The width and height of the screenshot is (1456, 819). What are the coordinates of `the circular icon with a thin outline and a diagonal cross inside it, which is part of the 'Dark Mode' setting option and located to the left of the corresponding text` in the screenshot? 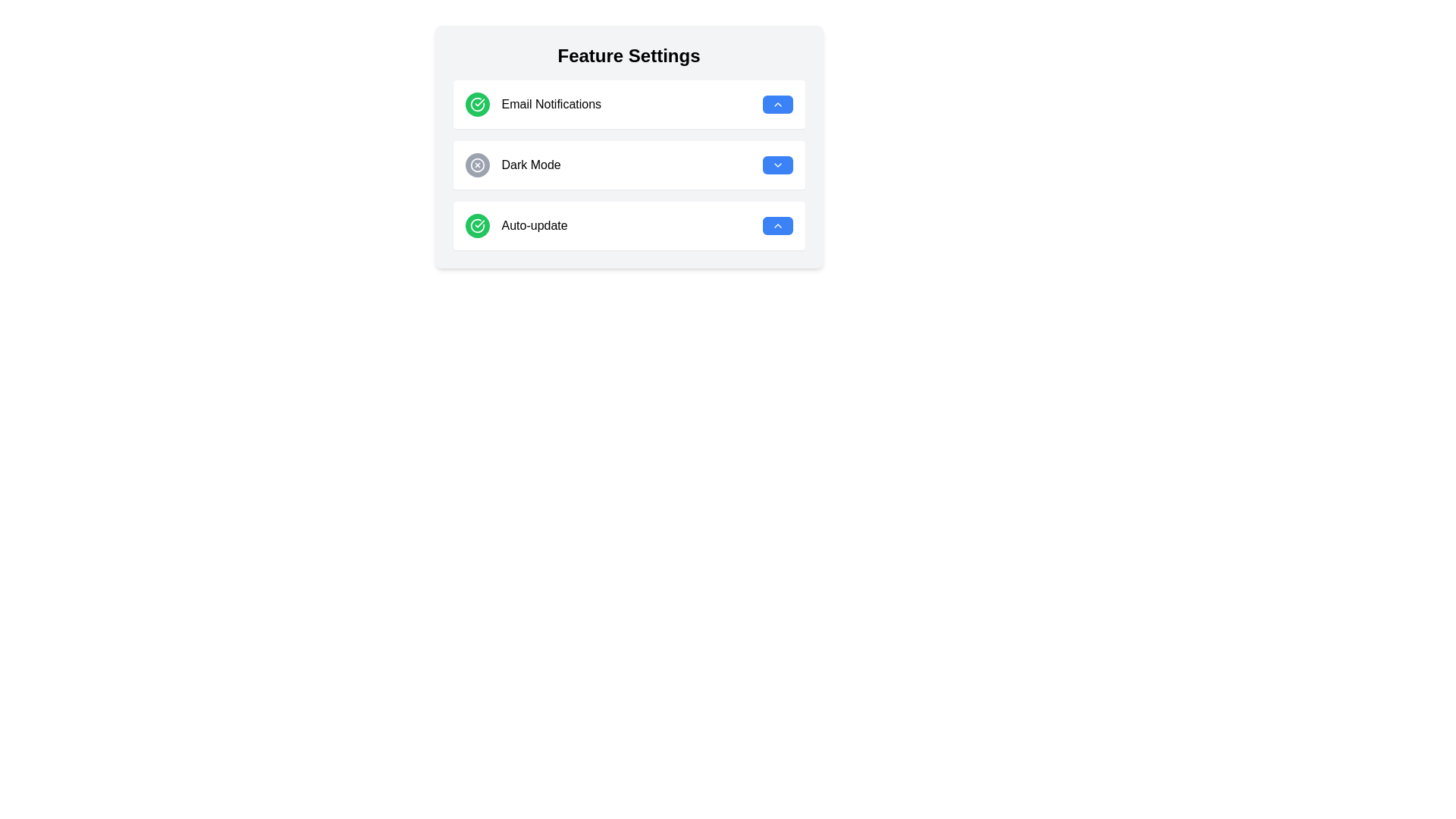 It's located at (476, 165).